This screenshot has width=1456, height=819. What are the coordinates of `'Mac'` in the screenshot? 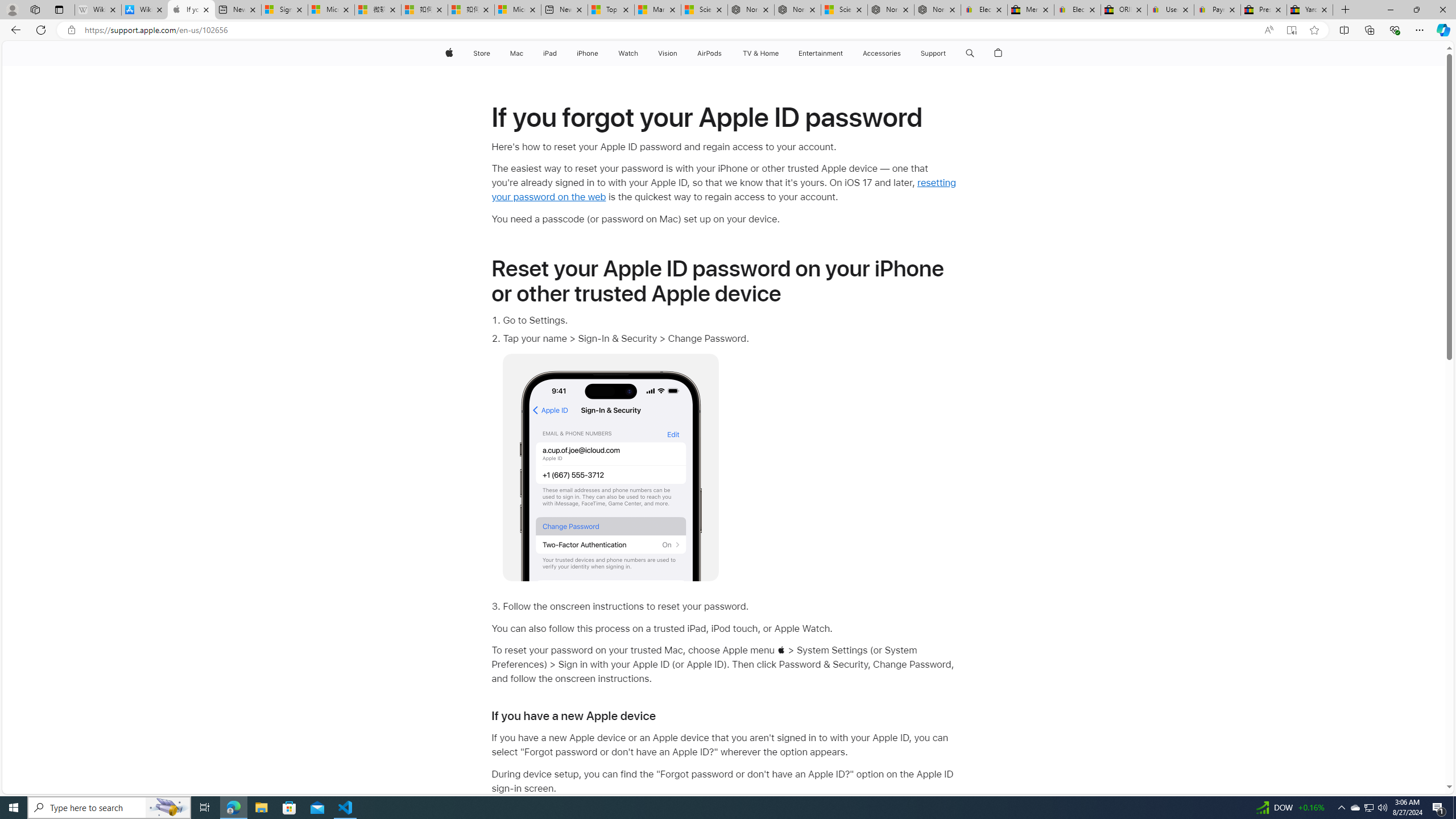 It's located at (515, 53).